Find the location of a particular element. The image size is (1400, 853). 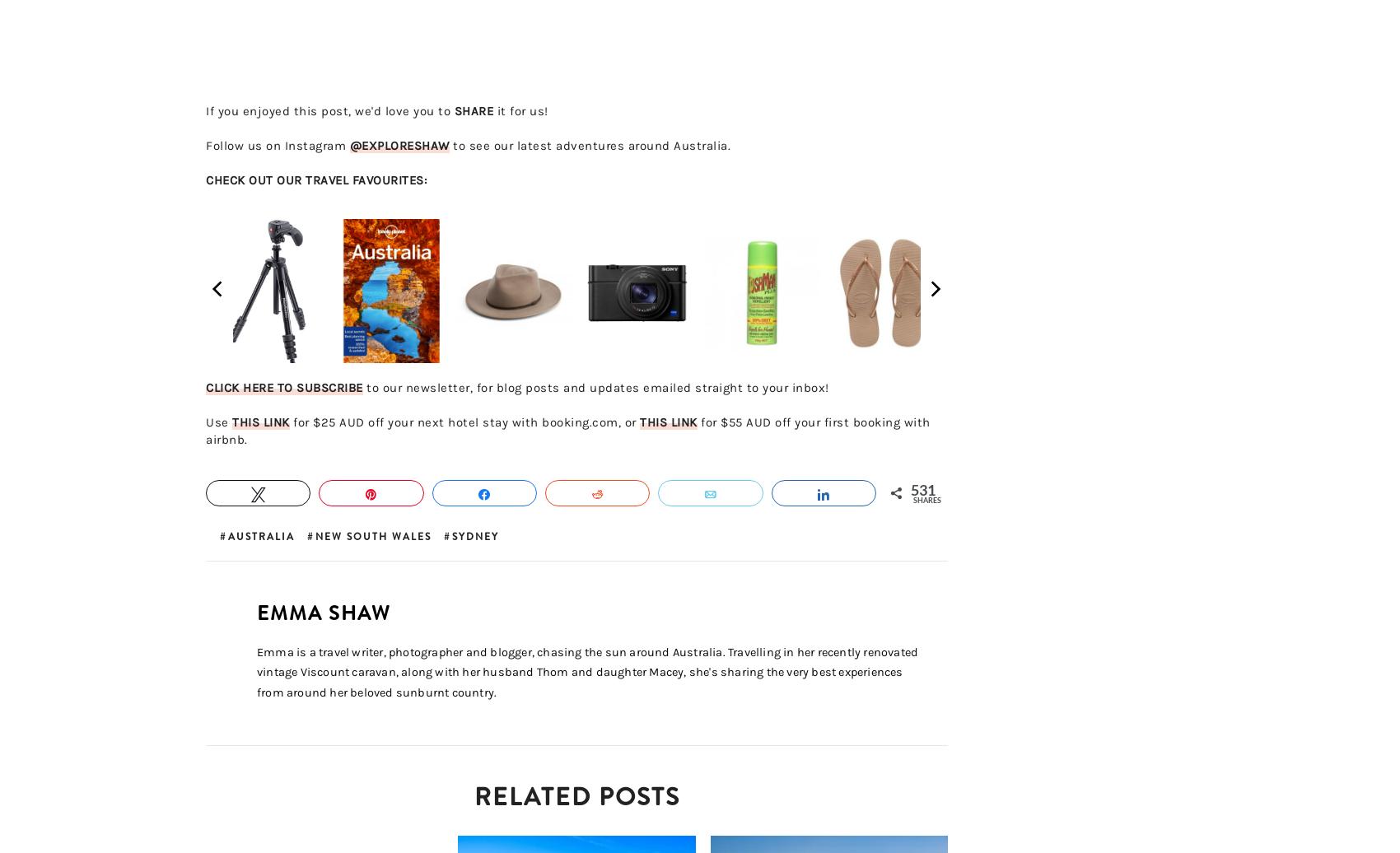

'@EXPLORESHAW' is located at coordinates (348, 145).